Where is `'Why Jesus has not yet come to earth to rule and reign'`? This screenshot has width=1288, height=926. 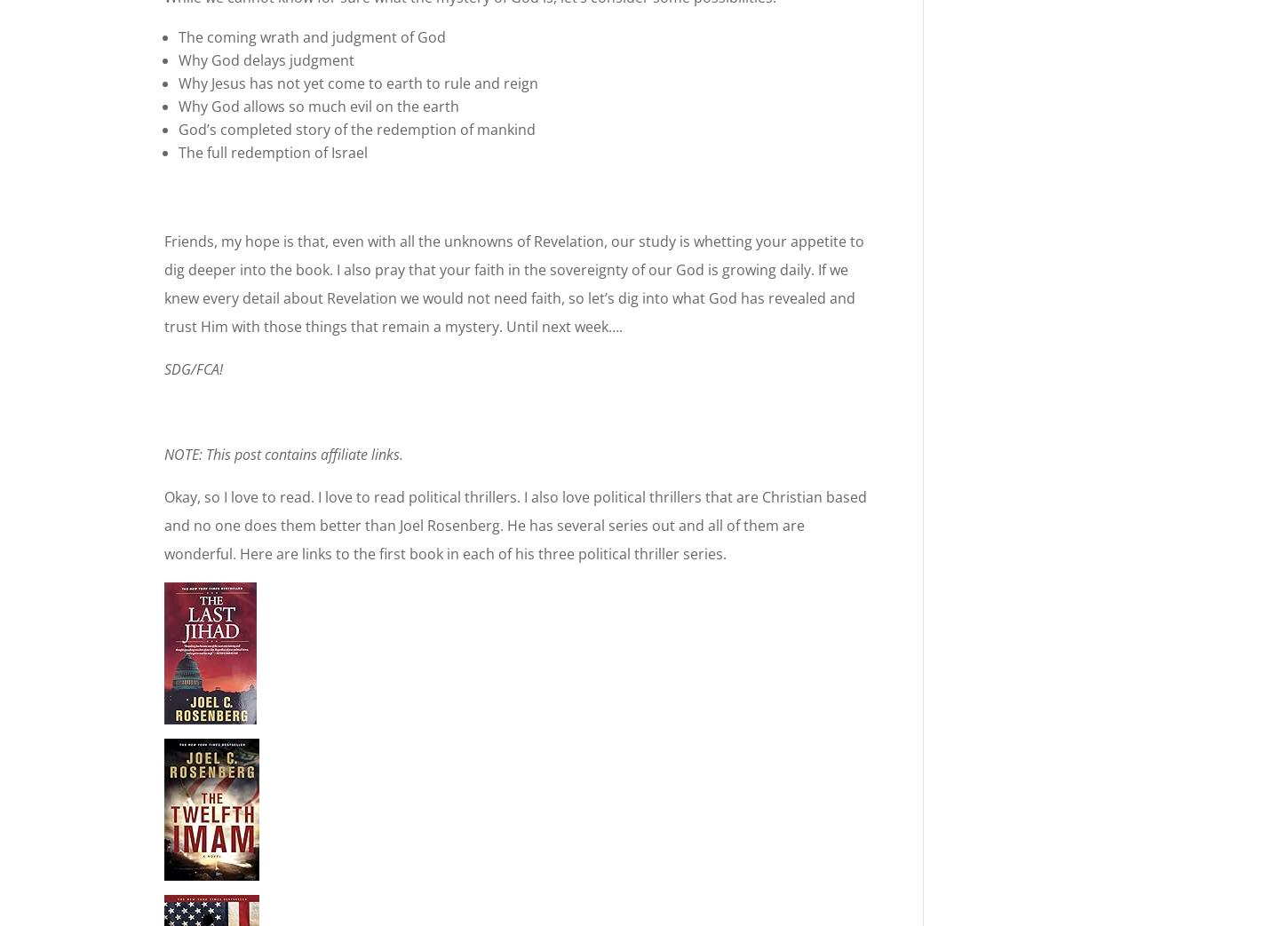 'Why Jesus has not yet come to earth to rule and reign' is located at coordinates (177, 83).